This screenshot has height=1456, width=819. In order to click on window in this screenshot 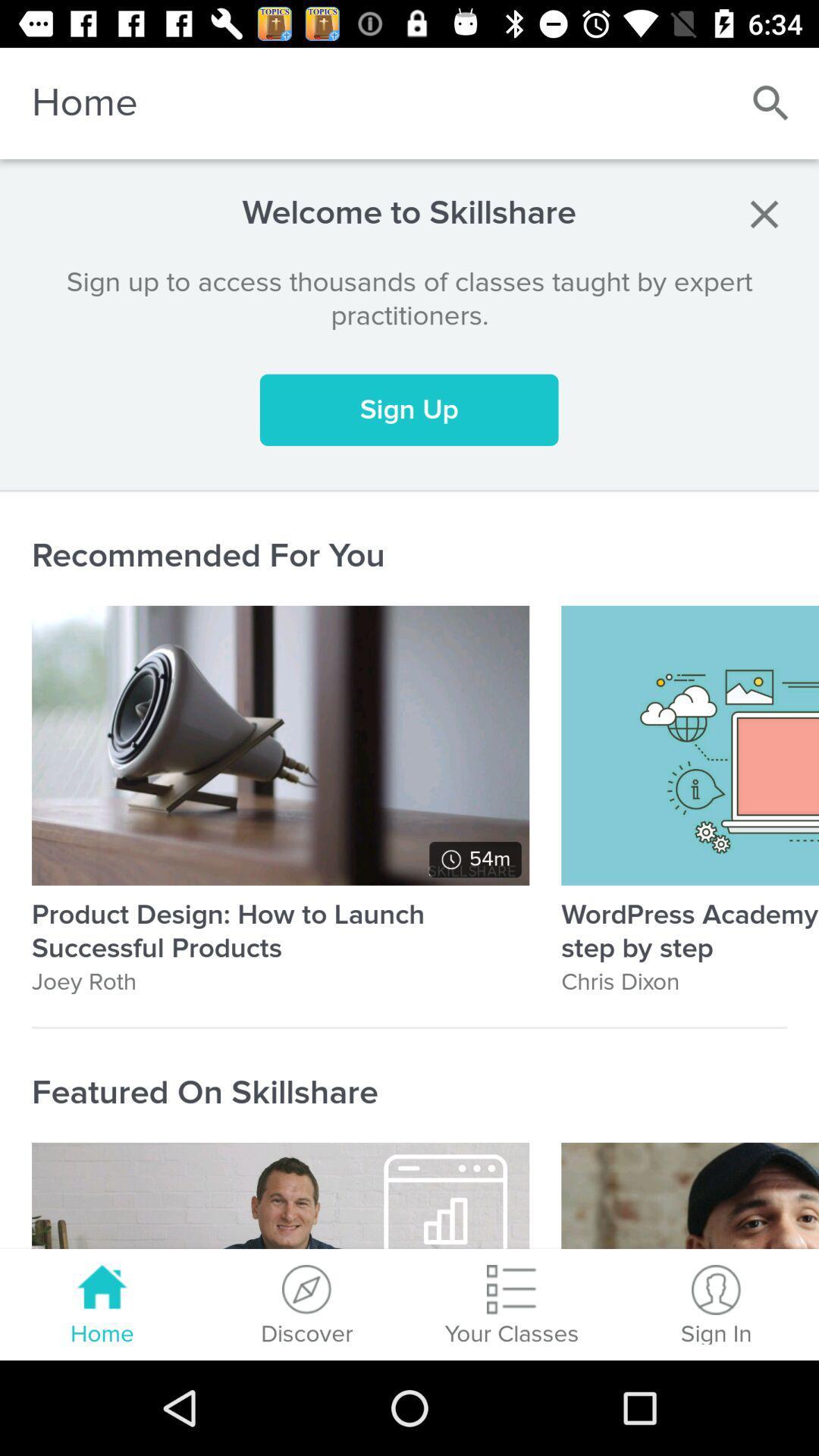, I will do `click(764, 213)`.